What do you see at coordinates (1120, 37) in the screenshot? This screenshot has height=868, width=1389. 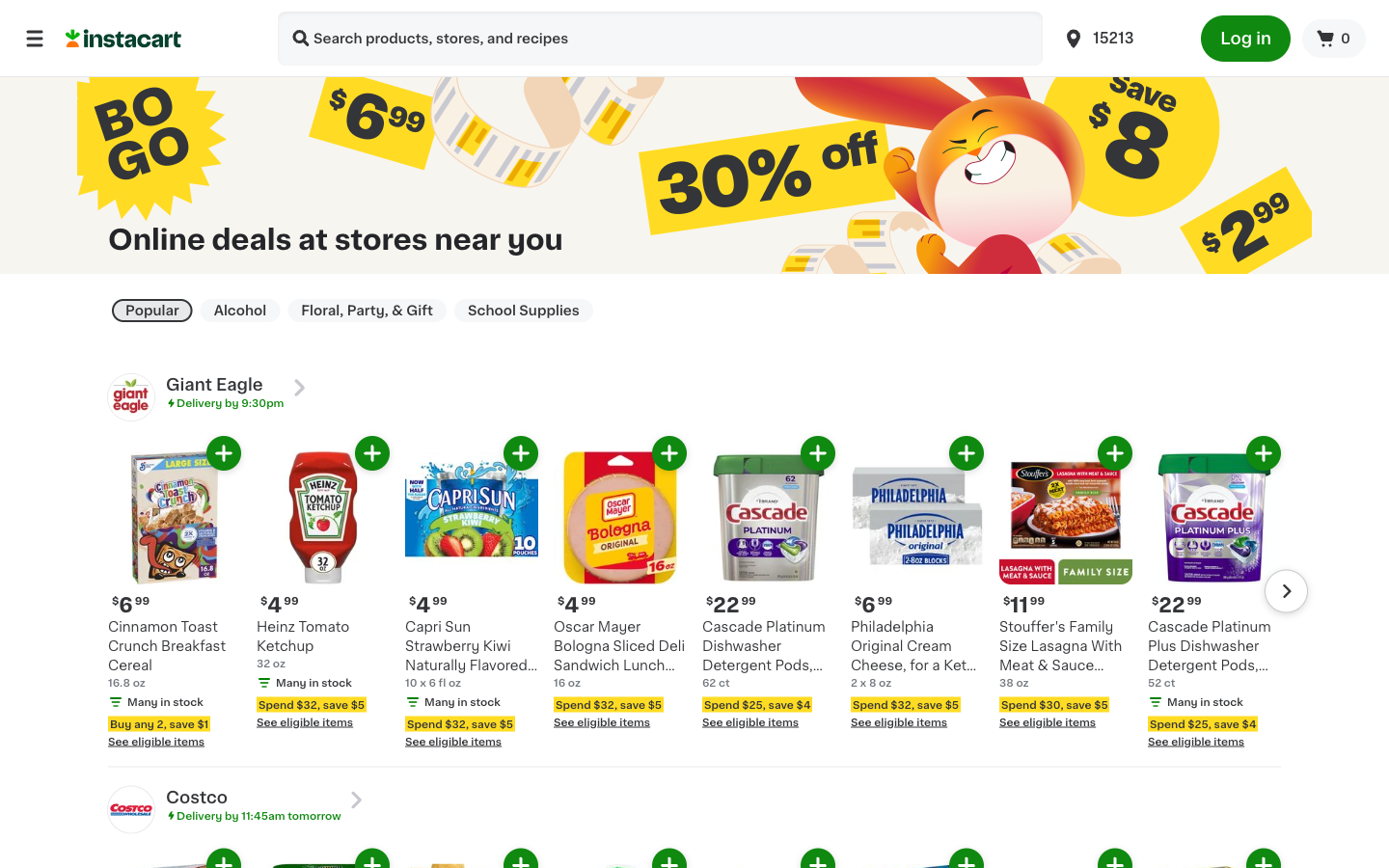 I see `Show me all items available for purchase in Pittsburgh` at bounding box center [1120, 37].